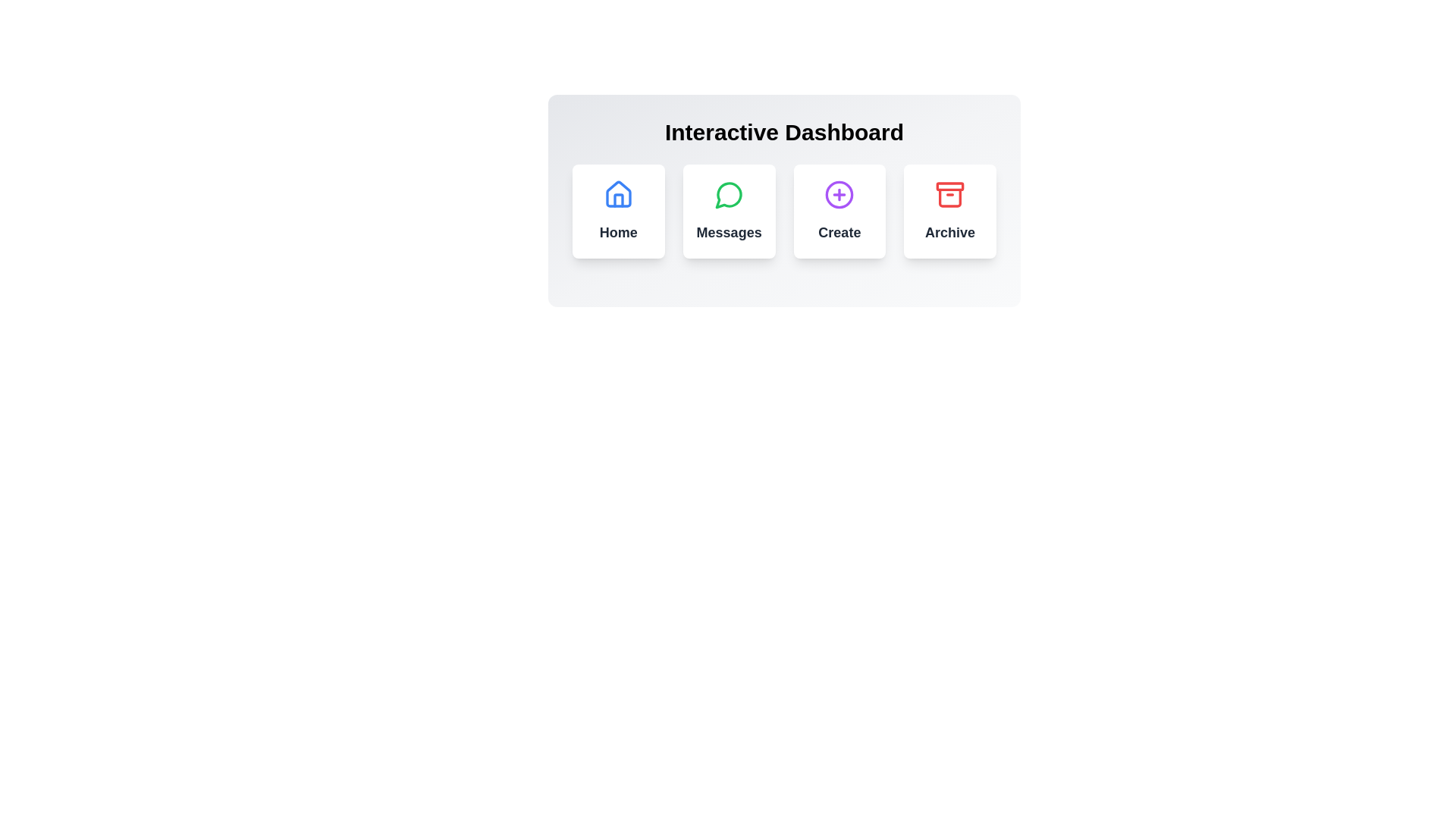 The width and height of the screenshot is (1456, 819). I want to click on the 'Home' icon located in the first card item on the left of the dashboard, under the label 'Home', to interpret information, so click(618, 193).